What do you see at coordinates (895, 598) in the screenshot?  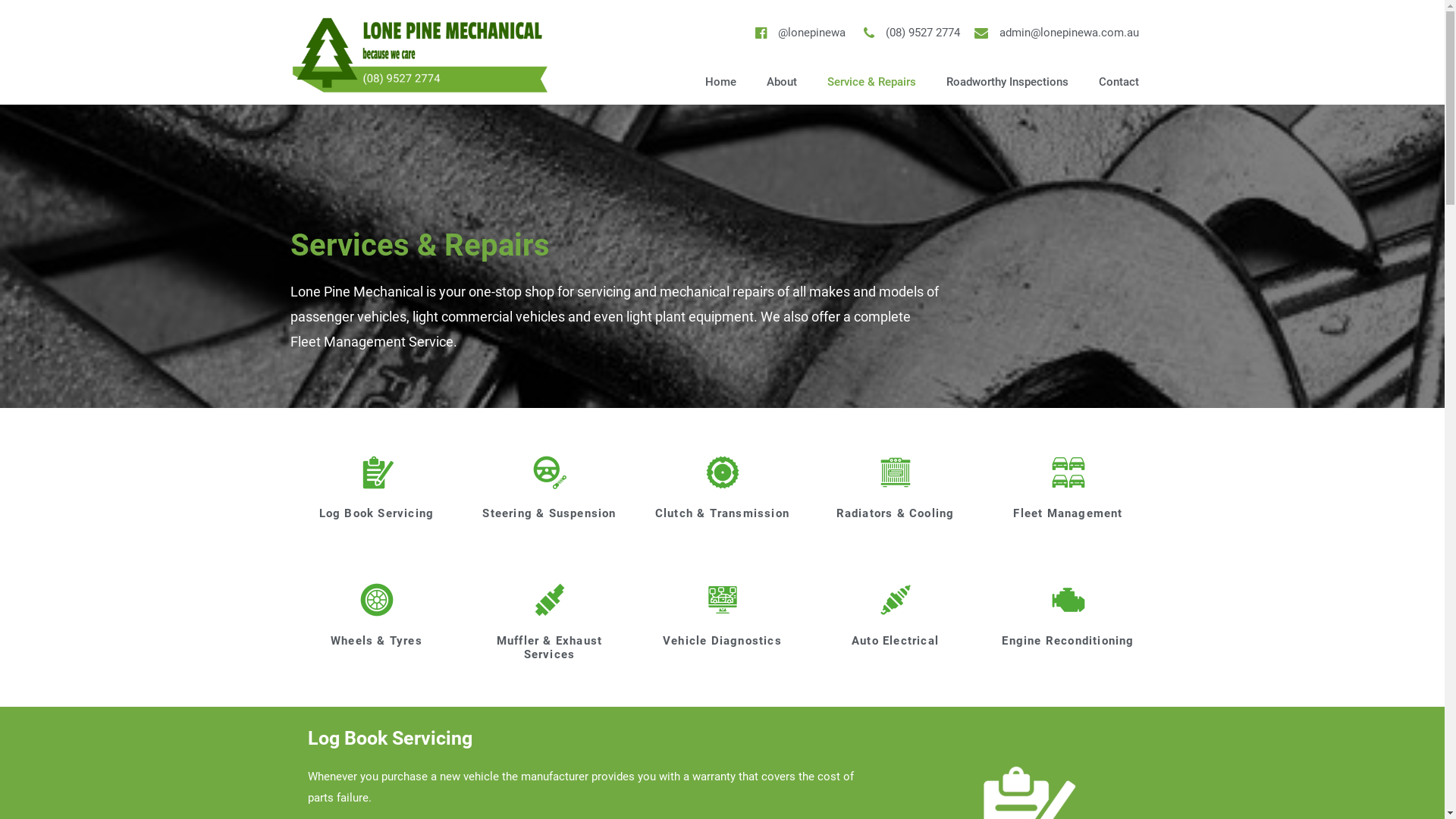 I see `'auto electrical'` at bounding box center [895, 598].